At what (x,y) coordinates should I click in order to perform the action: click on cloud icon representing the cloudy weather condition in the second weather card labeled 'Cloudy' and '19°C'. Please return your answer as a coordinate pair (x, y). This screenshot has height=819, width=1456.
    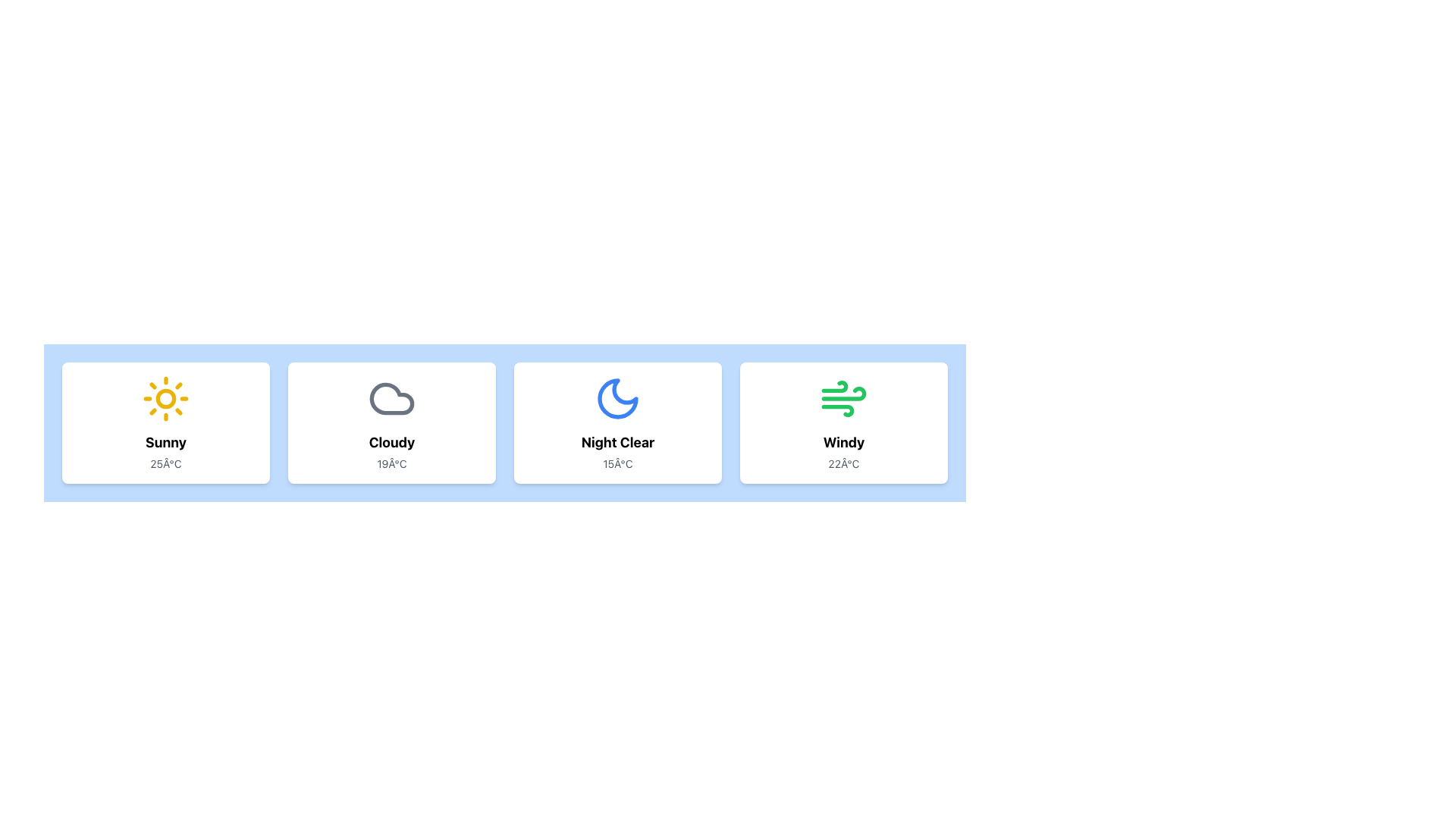
    Looking at the image, I should click on (392, 397).